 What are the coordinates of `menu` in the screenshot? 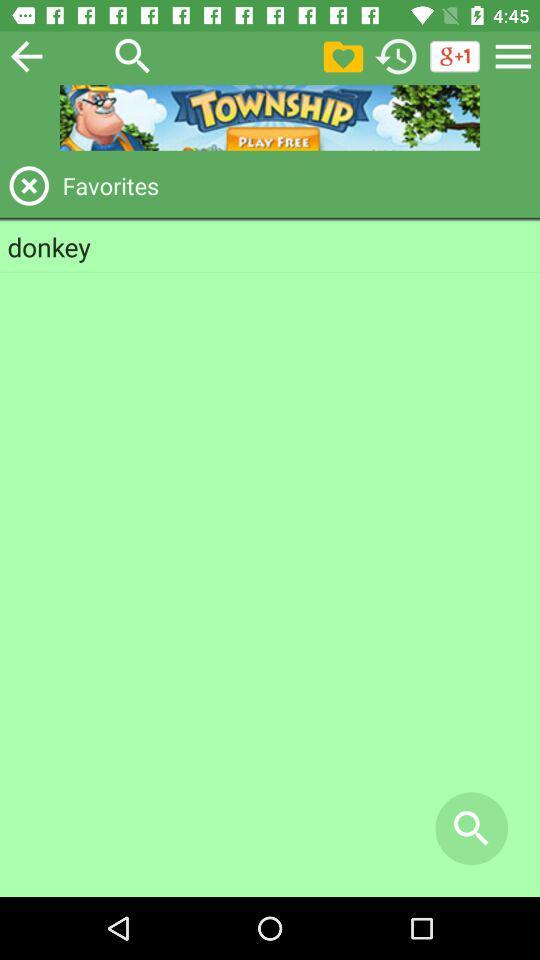 It's located at (513, 55).